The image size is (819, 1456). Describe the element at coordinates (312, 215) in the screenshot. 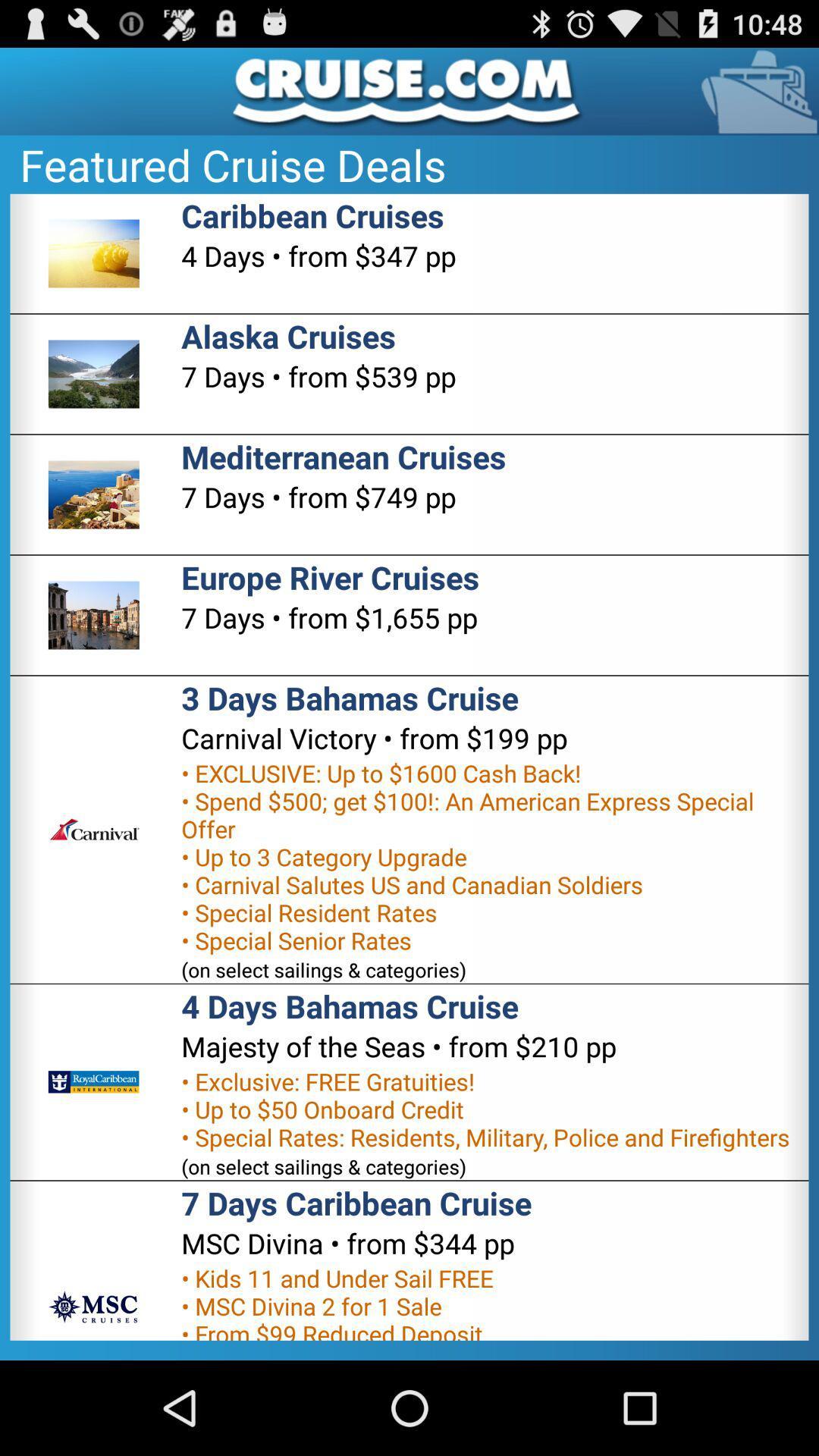

I see `caribbean cruises icon` at that location.